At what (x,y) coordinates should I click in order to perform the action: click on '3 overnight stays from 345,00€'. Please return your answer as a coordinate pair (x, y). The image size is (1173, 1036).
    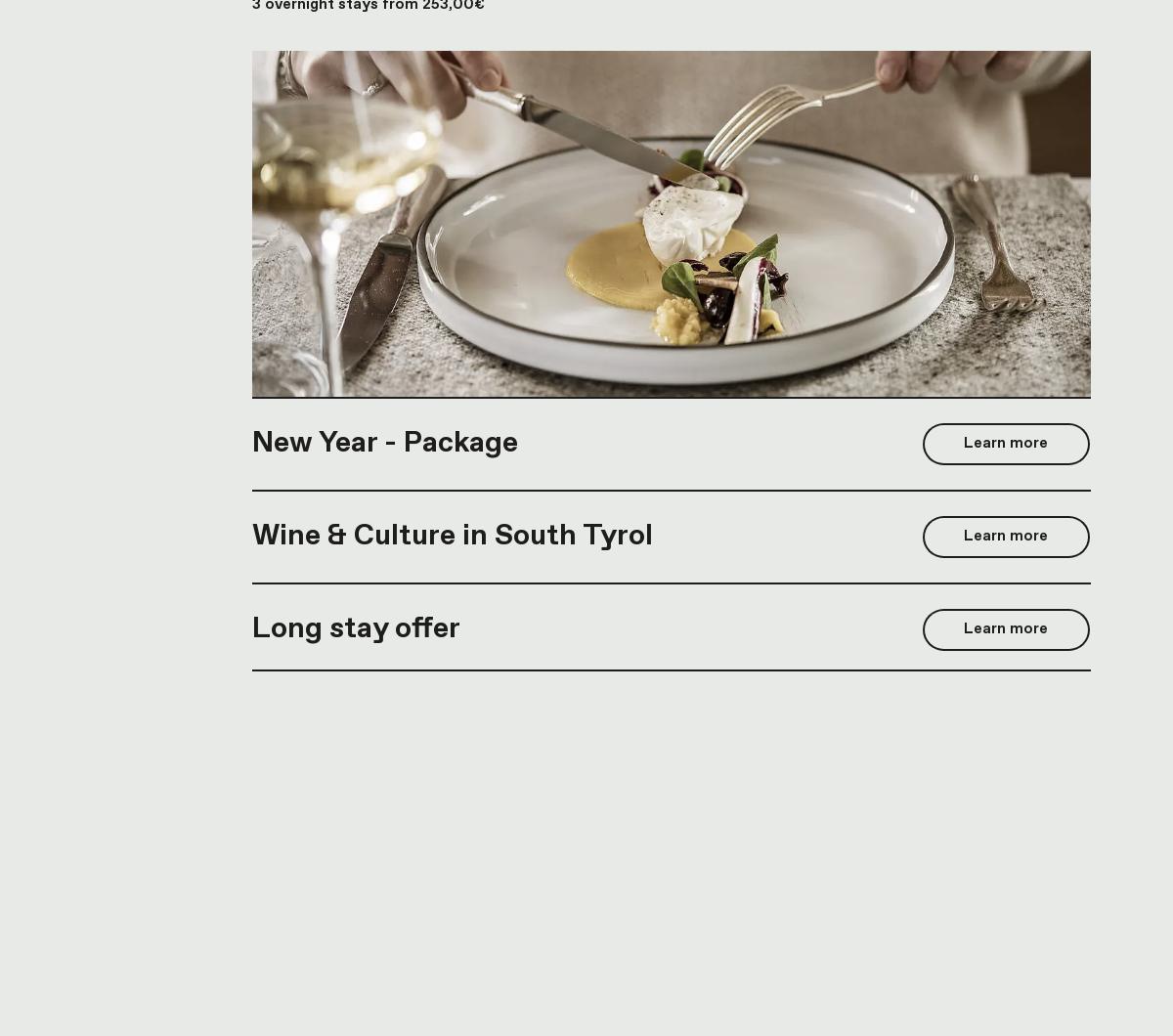
    Looking at the image, I should click on (369, 518).